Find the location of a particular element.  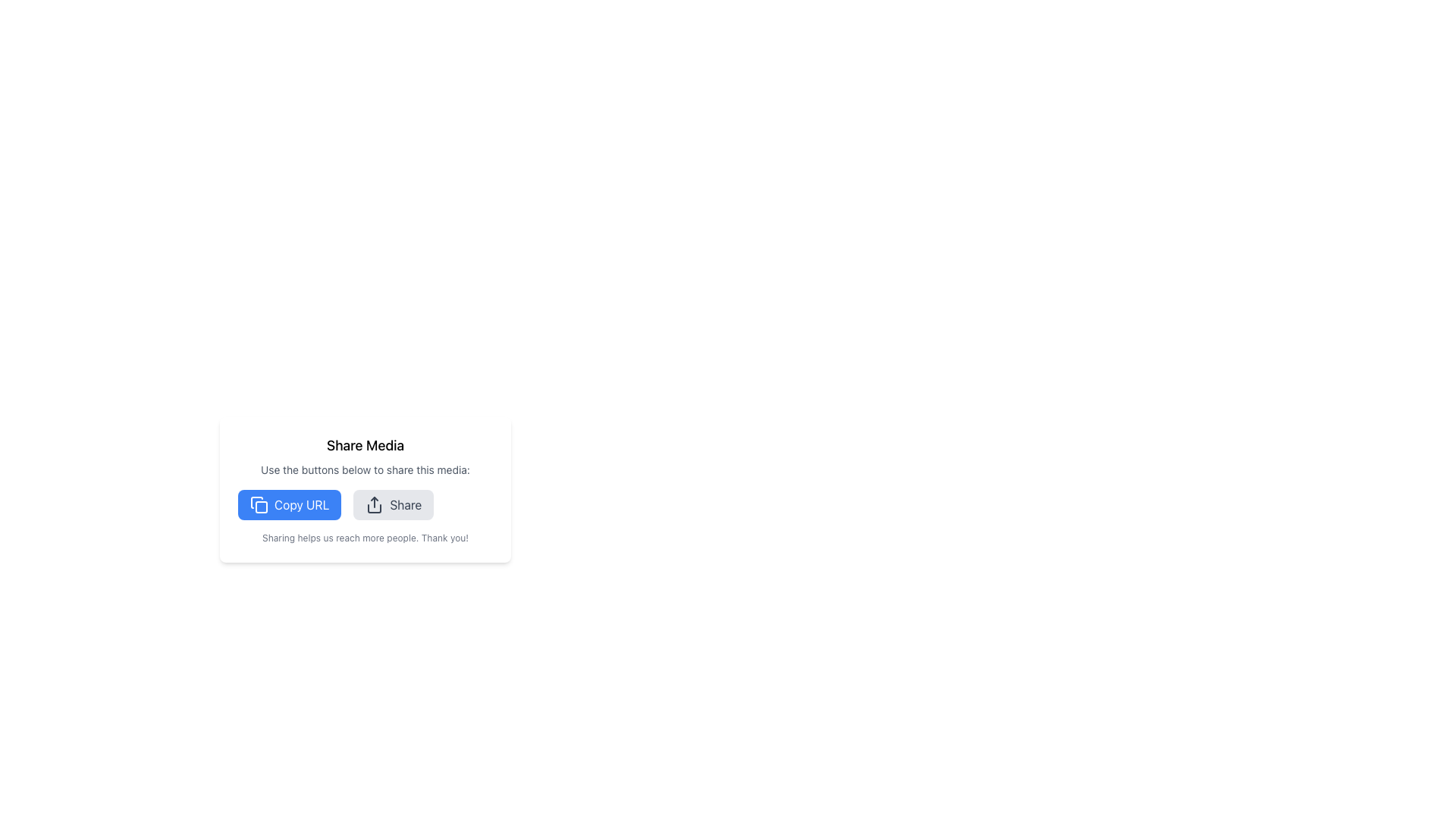

the 'Copy URL' button, which is a rectangular button with a blue background, white rounded corners, and an icon of overlapping squares on the left with the label 'Copy URL' in white text on the right, located towards the bottom center of the page is located at coordinates (290, 505).